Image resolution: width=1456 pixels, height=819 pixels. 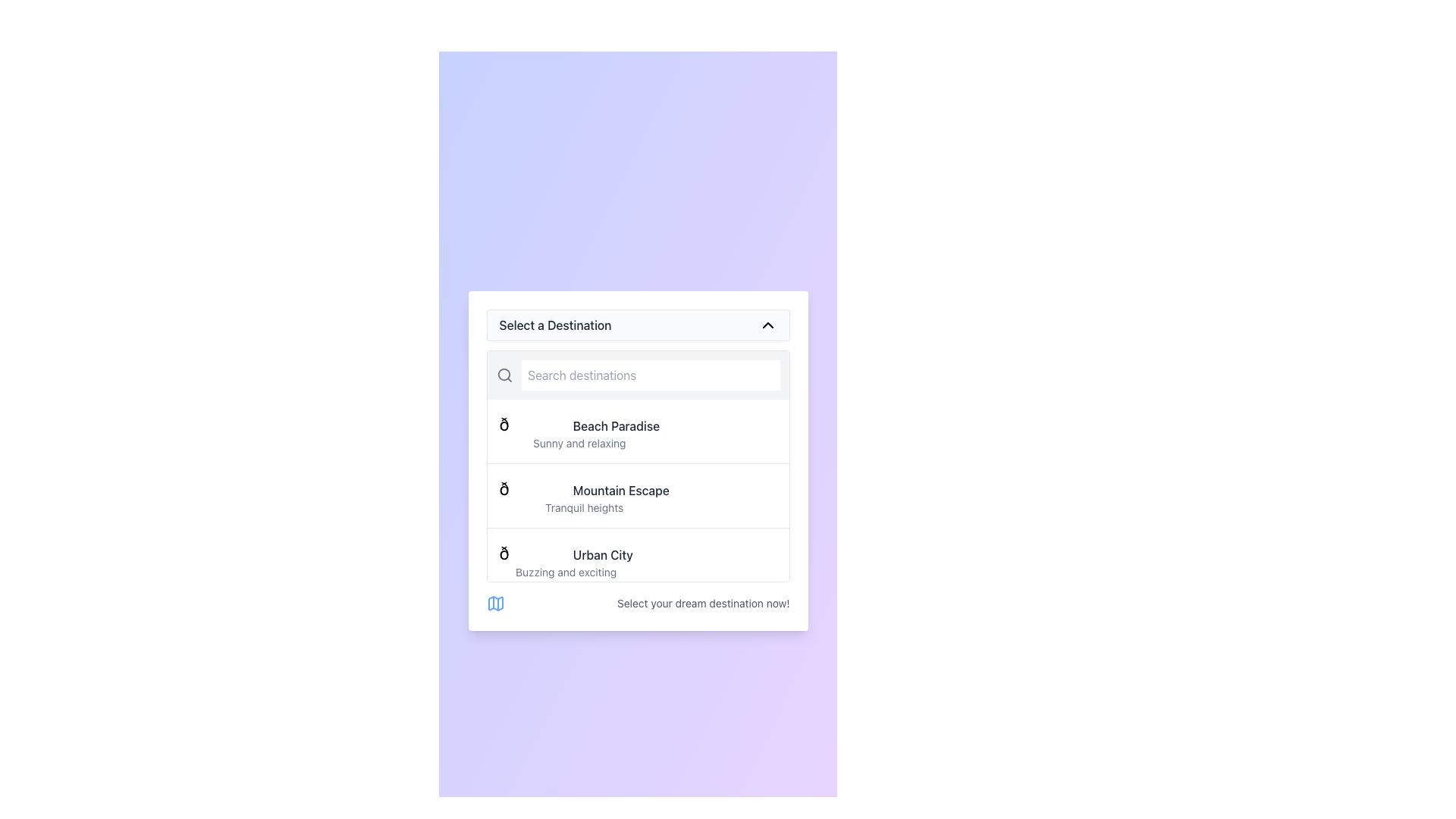 I want to click on the third entry in the dropdown menu list, so click(x=565, y=560).